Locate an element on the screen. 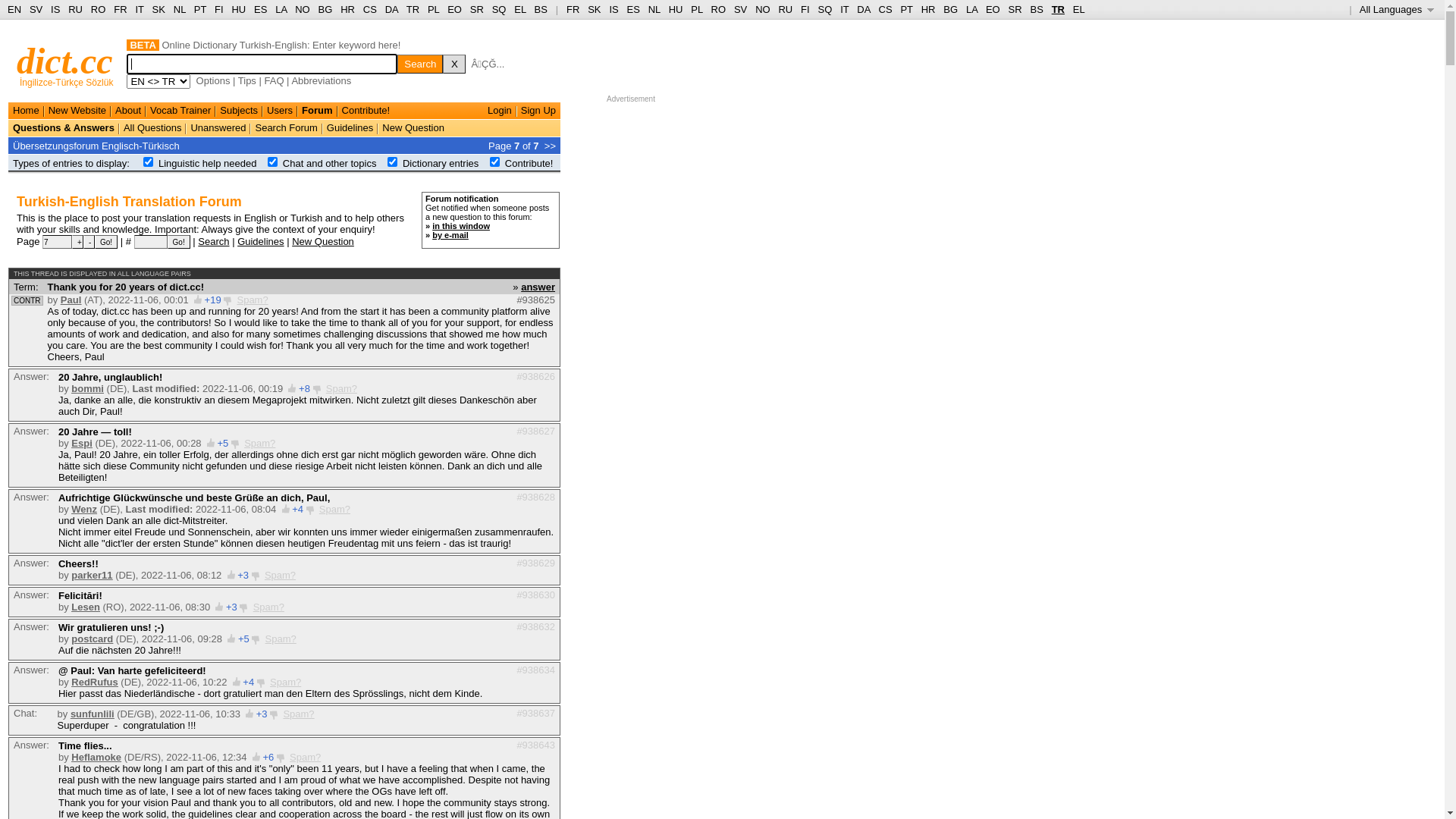 The height and width of the screenshot is (819, 1456). 'Spam?' is located at coordinates (298, 714).